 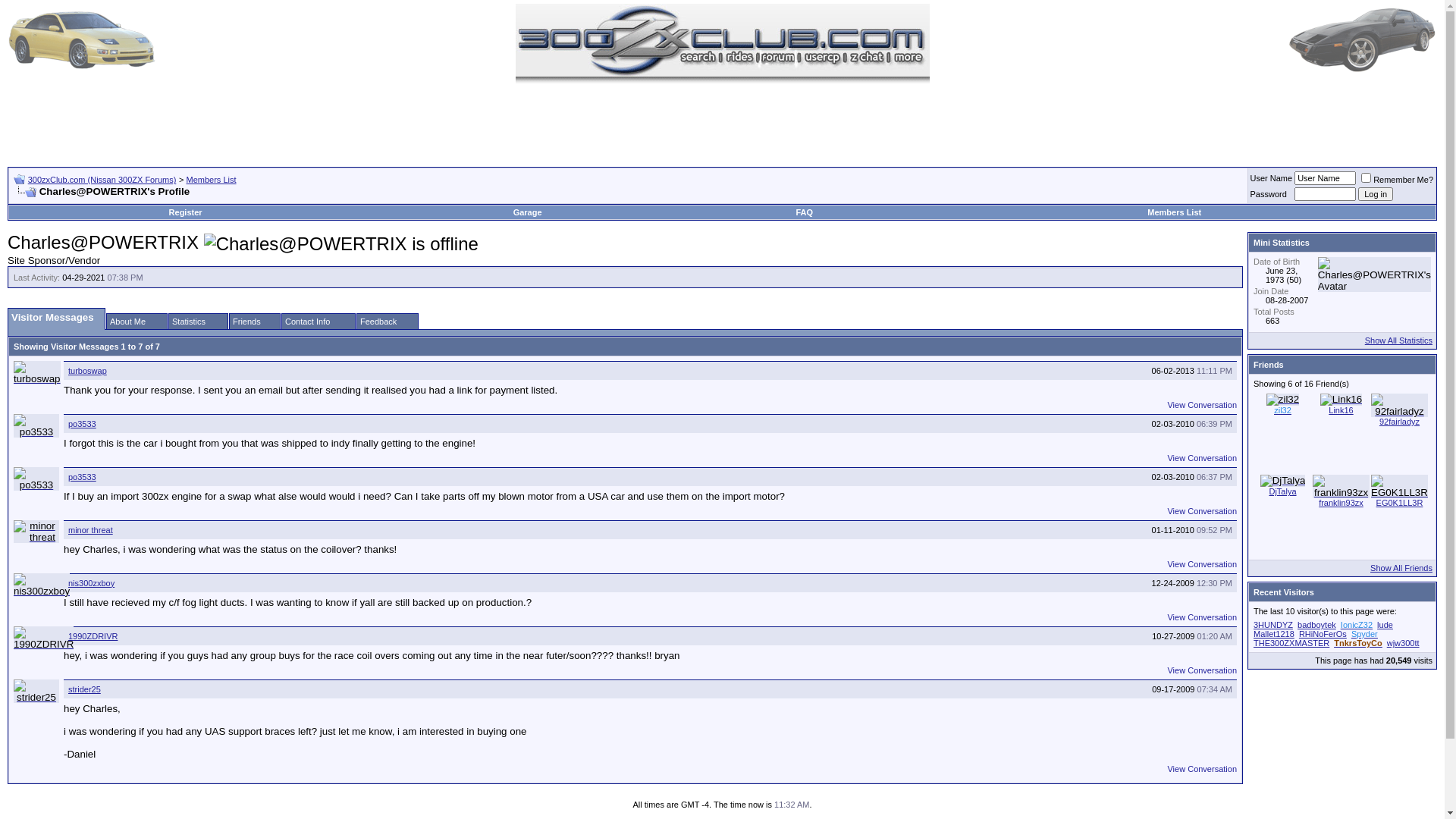 I want to click on 'zil32', so click(x=1282, y=409).